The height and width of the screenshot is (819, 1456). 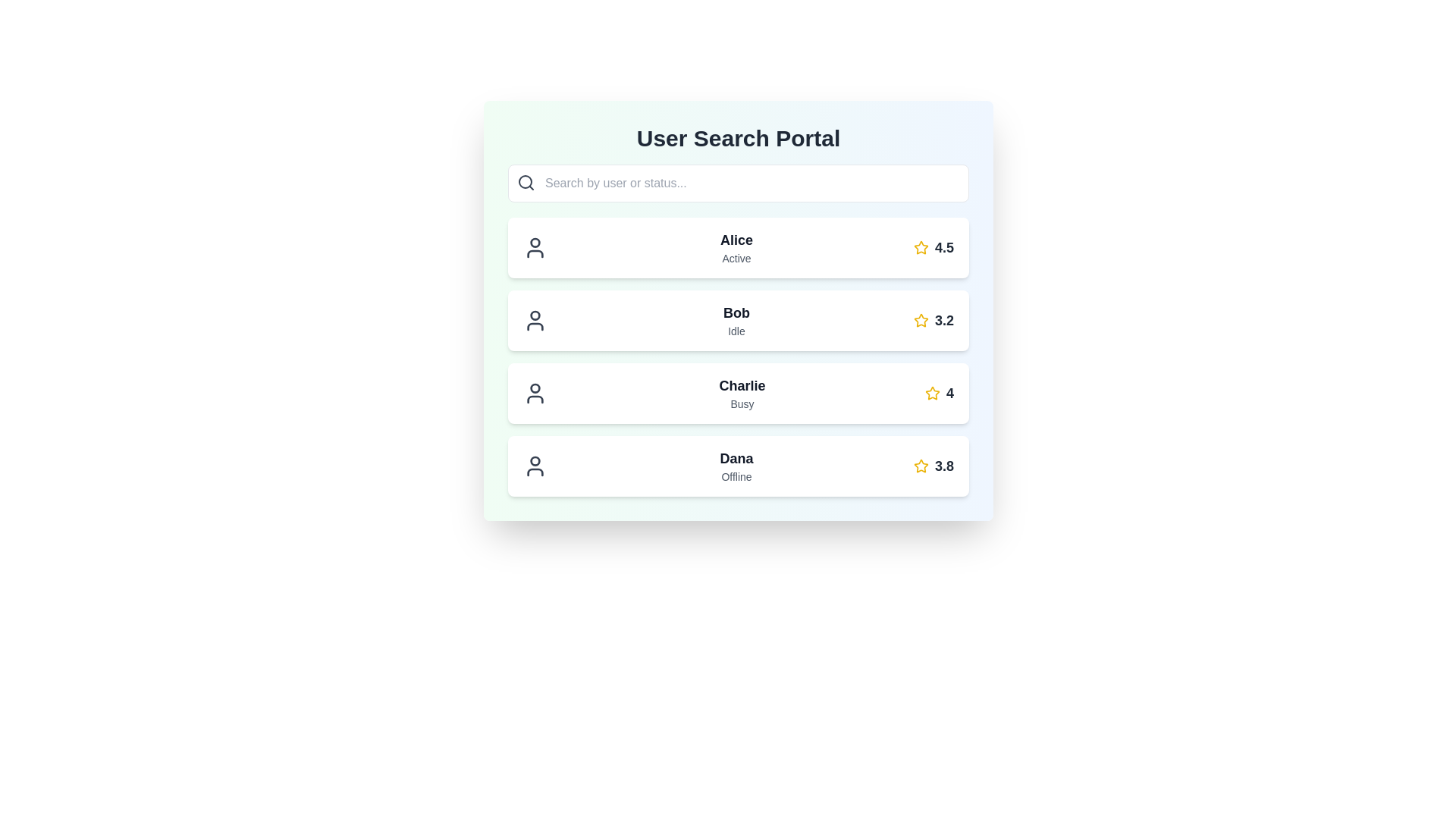 I want to click on the star icon representing a rating or favorite indicator for the user 'Charlie' in the third row of the list to interact with it, so click(x=931, y=393).